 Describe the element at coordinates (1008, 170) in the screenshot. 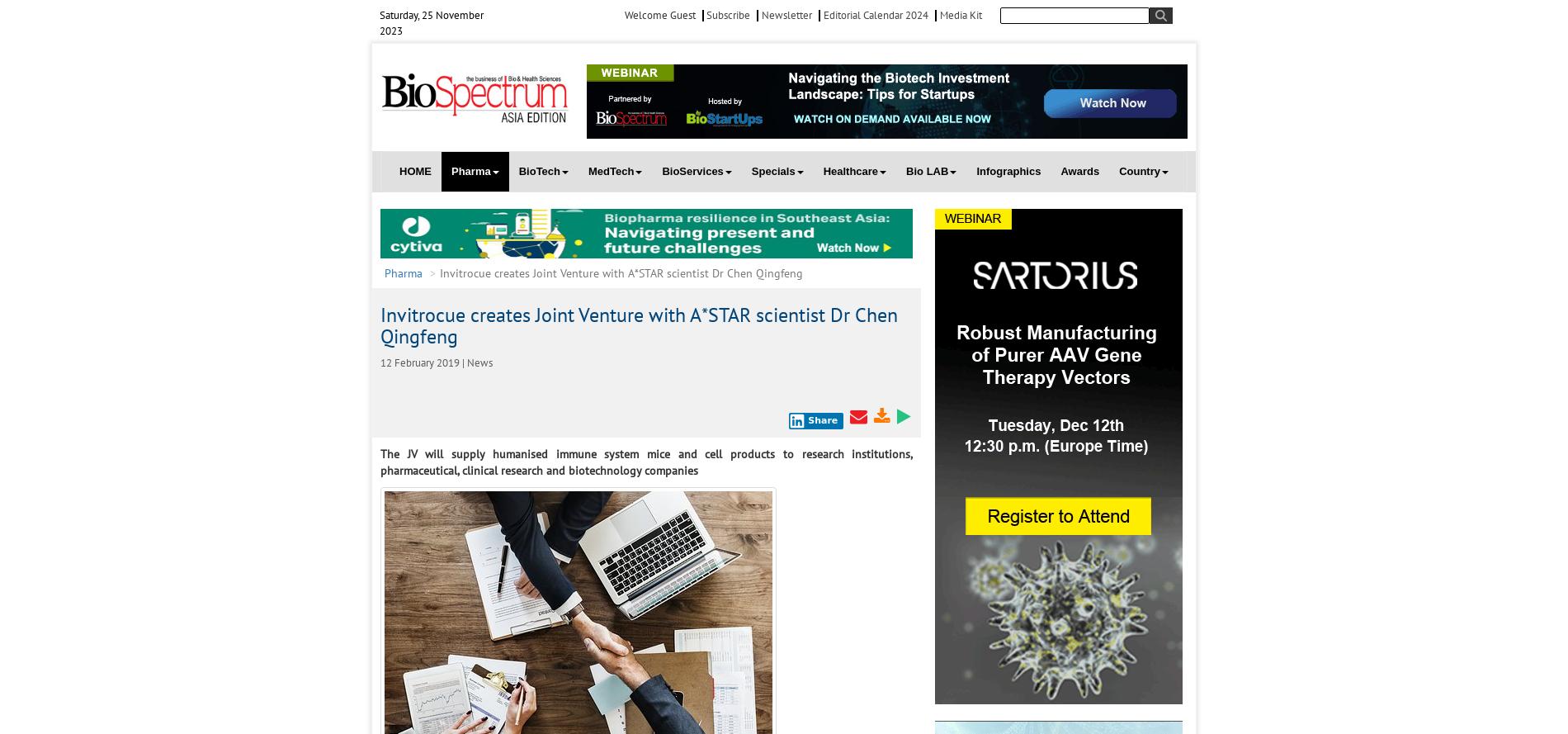

I see `'Infographics'` at that location.